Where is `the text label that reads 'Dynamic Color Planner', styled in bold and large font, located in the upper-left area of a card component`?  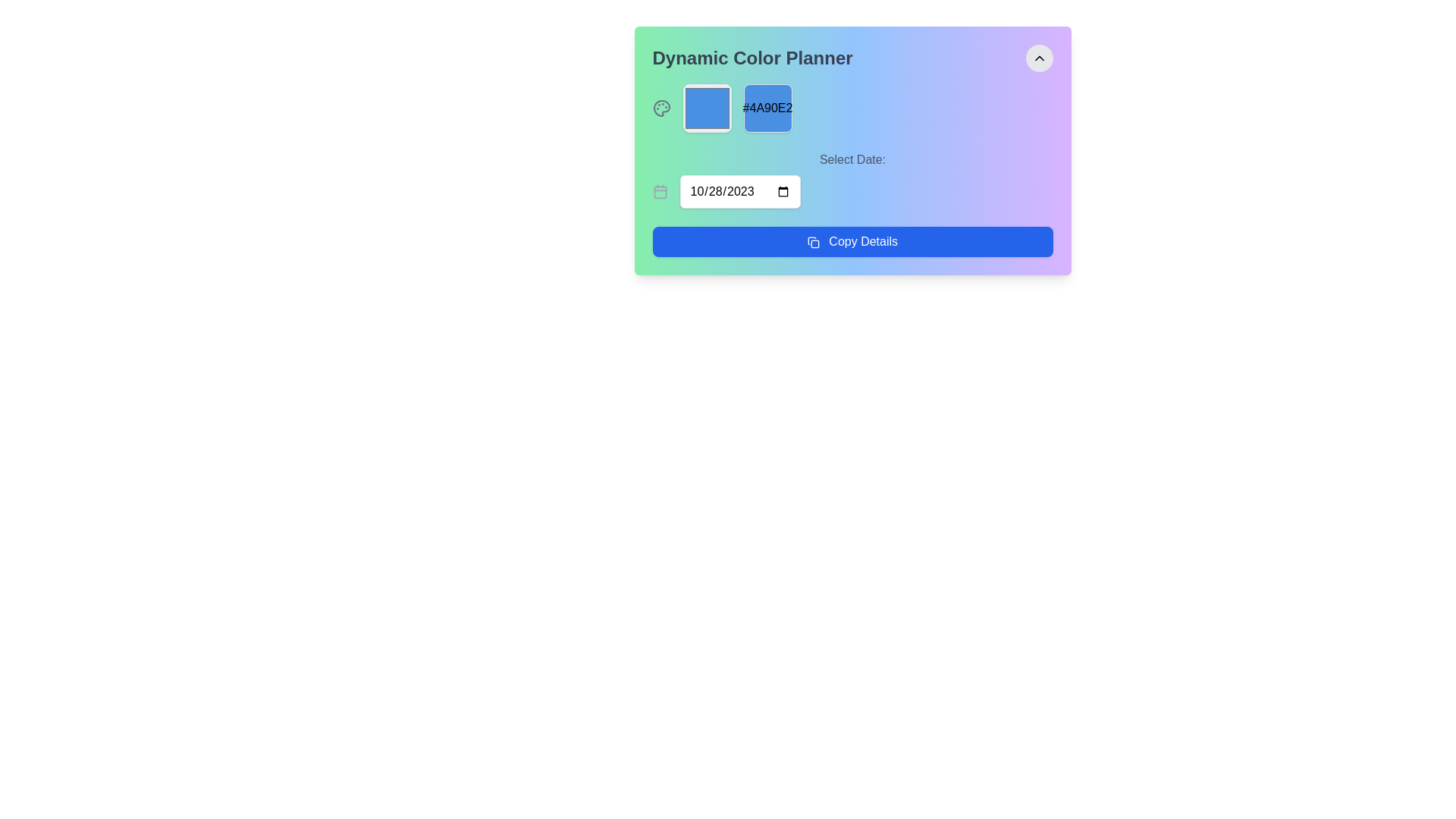 the text label that reads 'Dynamic Color Planner', styled in bold and large font, located in the upper-left area of a card component is located at coordinates (752, 58).